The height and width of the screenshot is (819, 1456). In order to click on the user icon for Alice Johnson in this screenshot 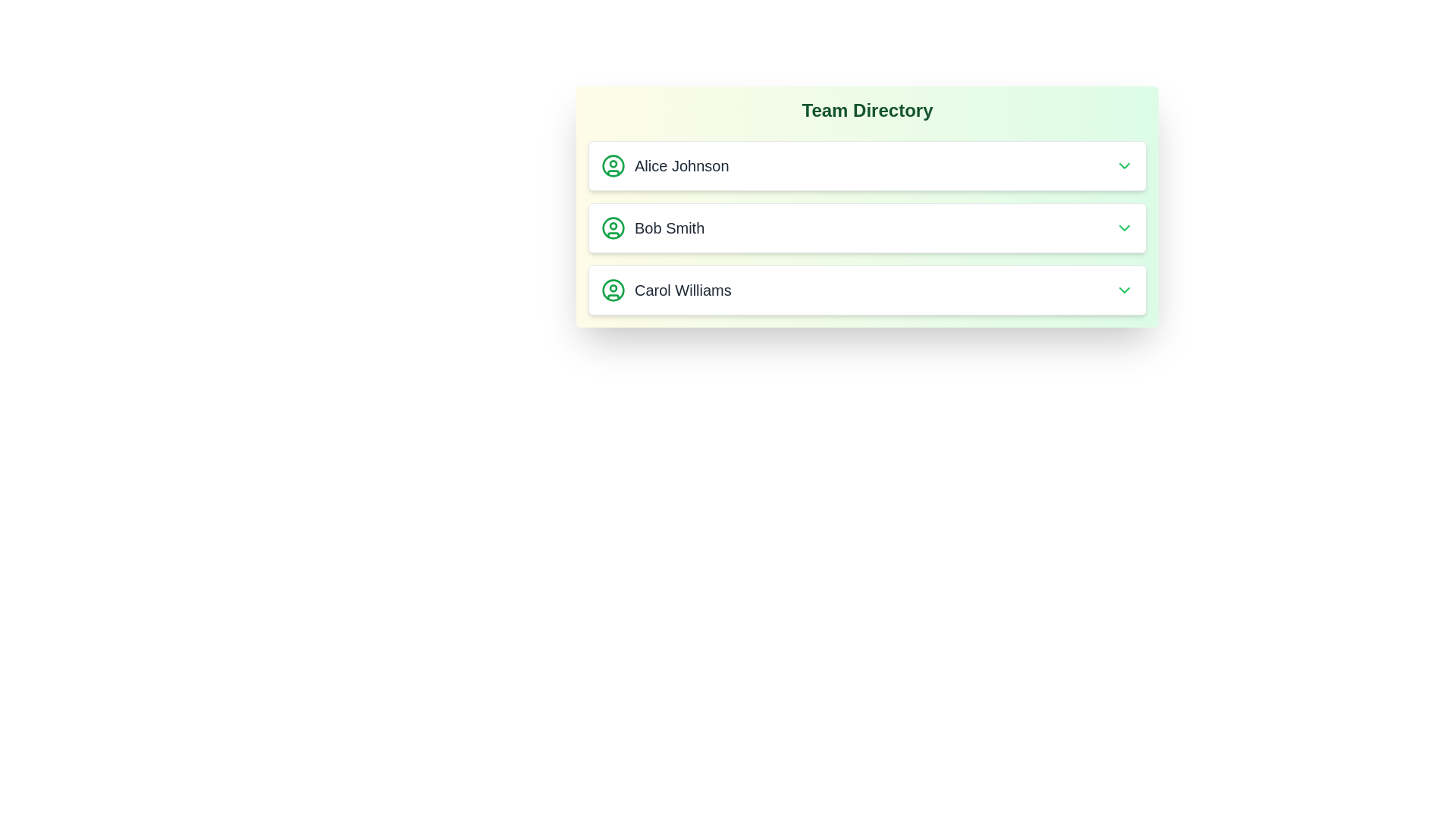, I will do `click(613, 166)`.